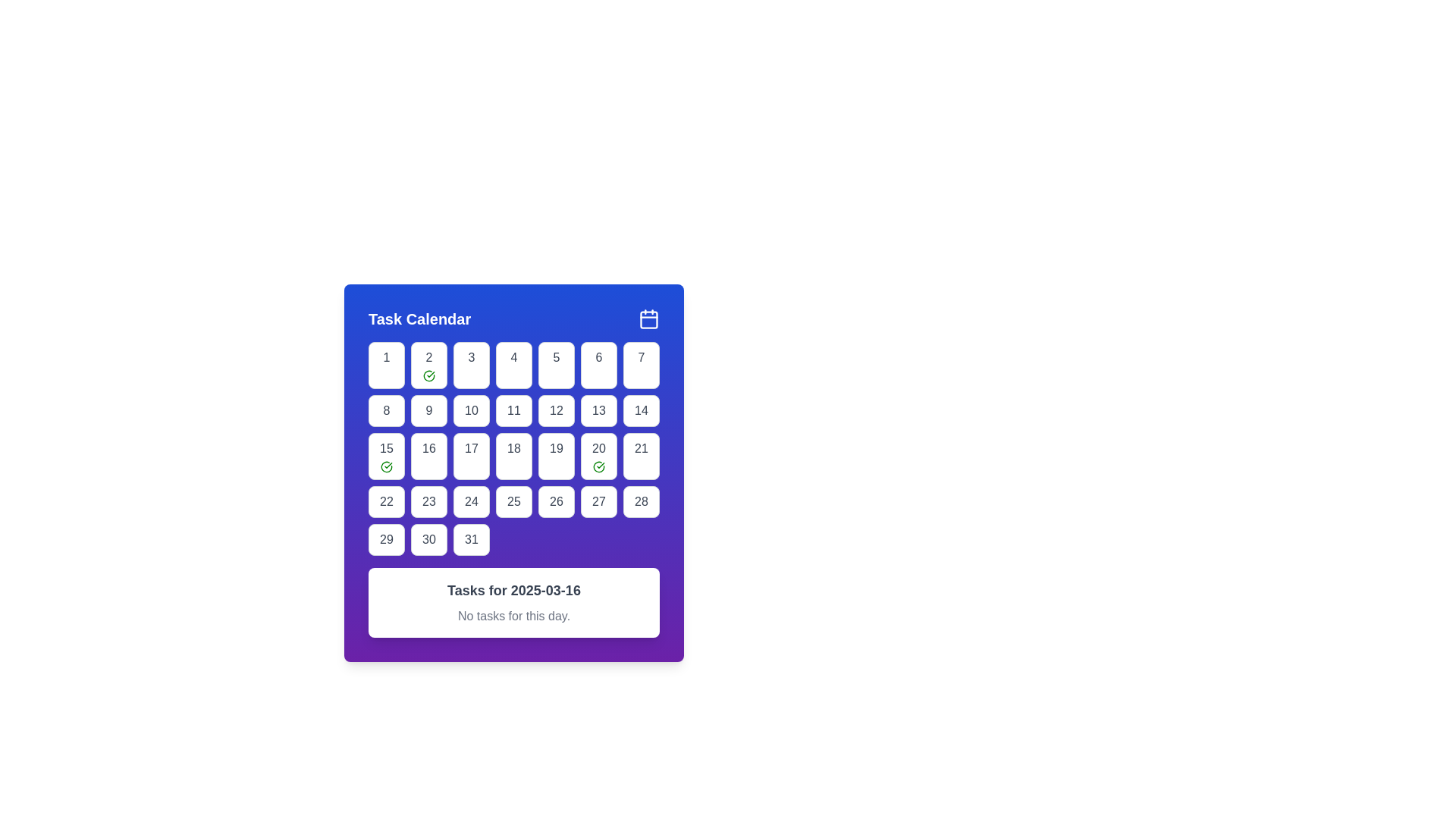  Describe the element at coordinates (386, 455) in the screenshot. I see `the calendar day tile representing the 15th day, which is styled as a rectangular button with a rounded border, featuring a gray number '15' and a green checkmark icon` at that location.